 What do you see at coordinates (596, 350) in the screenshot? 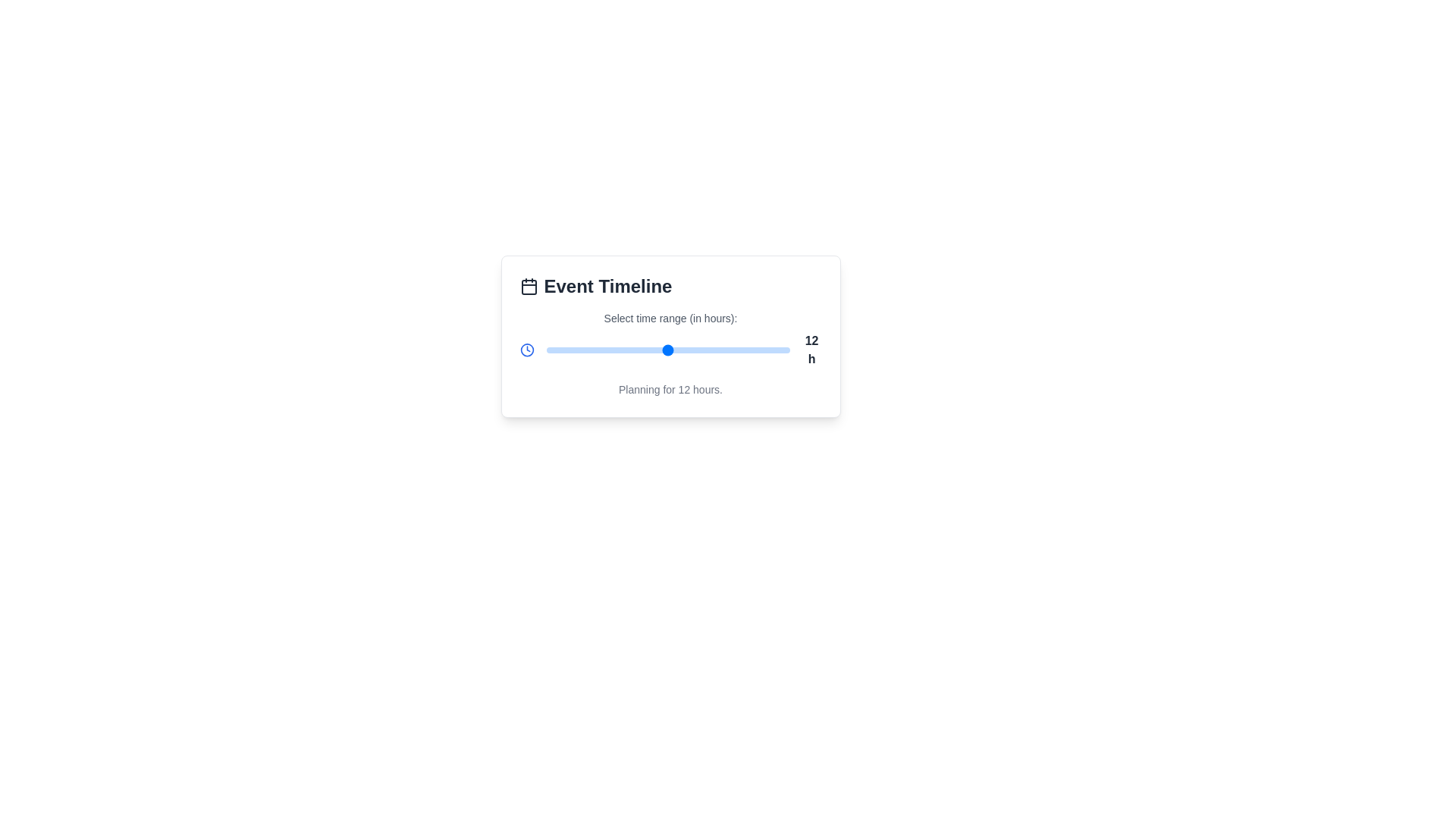
I see `the number of hours` at bounding box center [596, 350].